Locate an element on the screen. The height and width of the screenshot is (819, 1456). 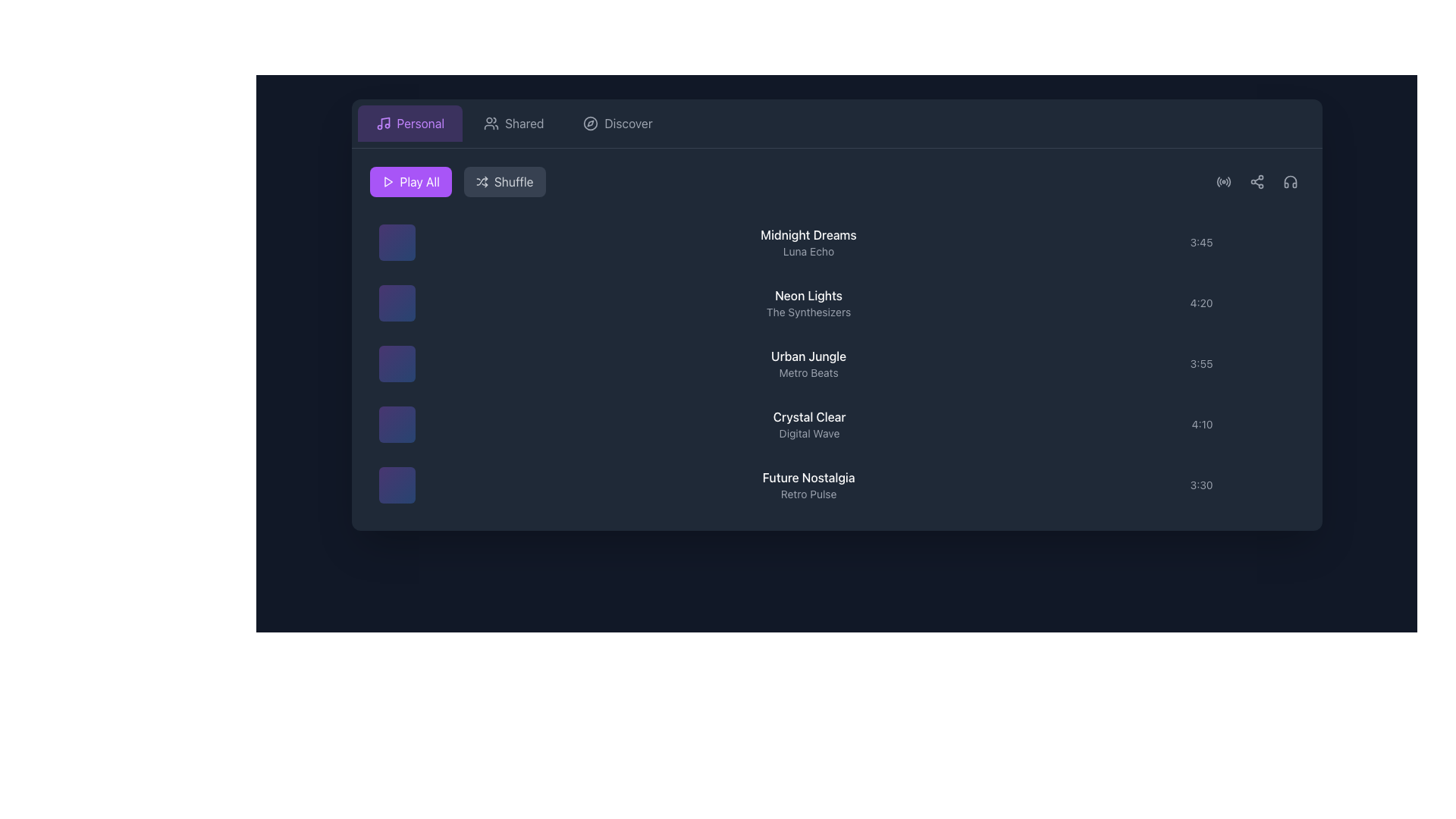
the interactive button for adding an associated item to a list, positioned to the right of the timestamp '3:45' is located at coordinates (1260, 242).